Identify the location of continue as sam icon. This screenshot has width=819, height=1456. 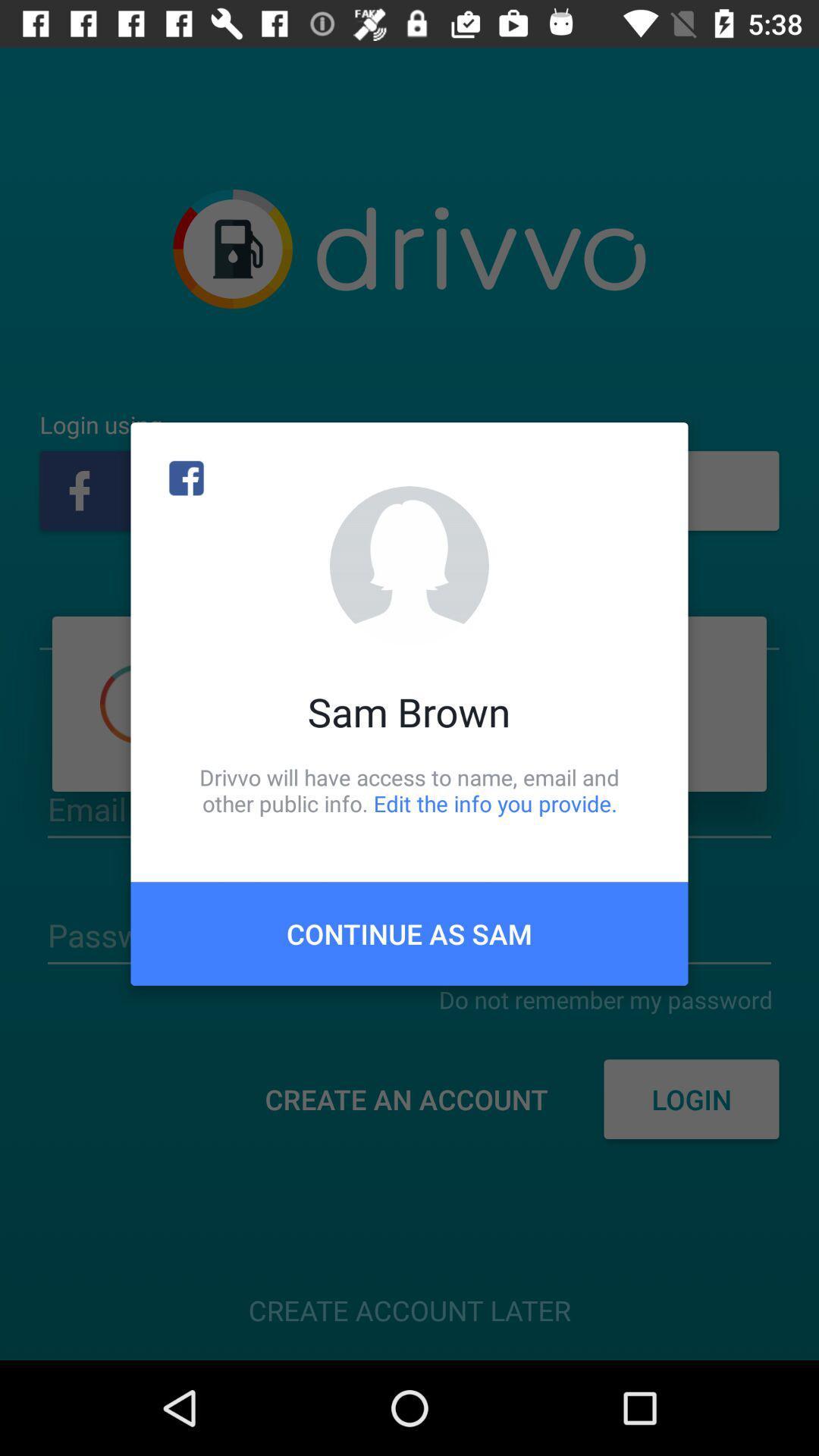
(409, 933).